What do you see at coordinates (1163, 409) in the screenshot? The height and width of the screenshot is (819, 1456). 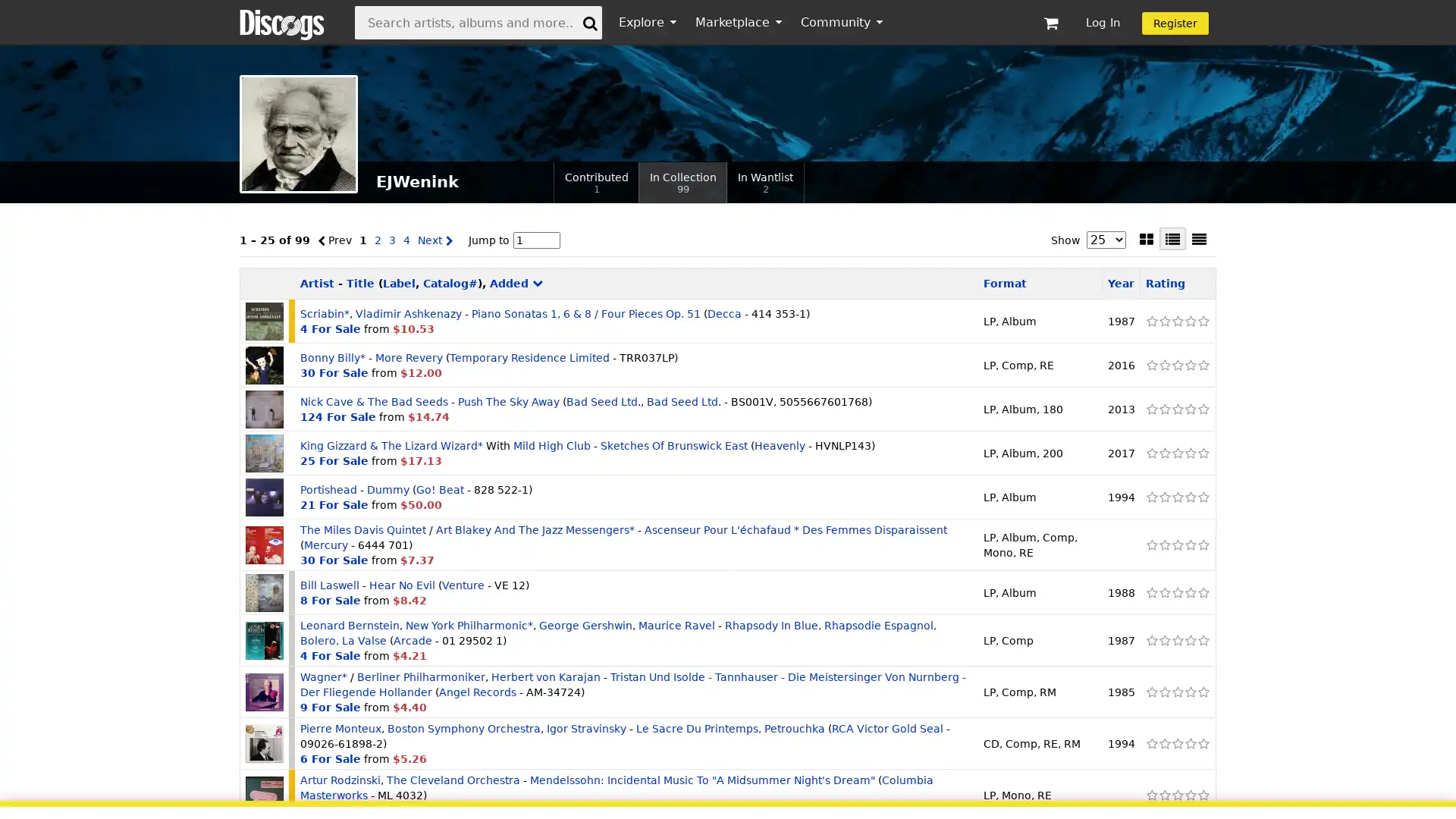 I see `Rate this release 2 stars.` at bounding box center [1163, 409].